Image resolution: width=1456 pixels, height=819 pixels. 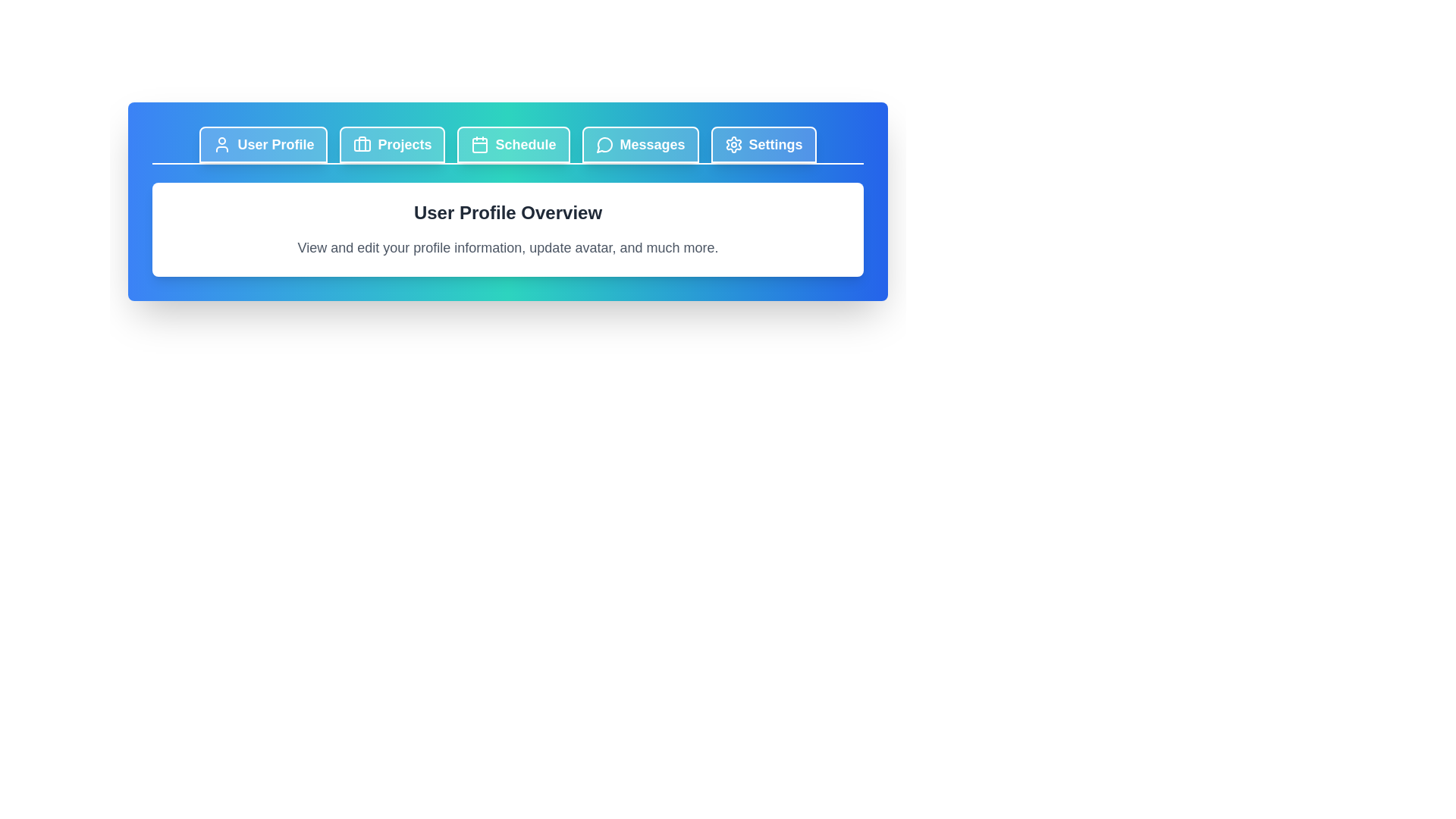 I want to click on the user profile icon located in the top-left region of the application interface within the 'User Profile' tab, so click(x=221, y=145).